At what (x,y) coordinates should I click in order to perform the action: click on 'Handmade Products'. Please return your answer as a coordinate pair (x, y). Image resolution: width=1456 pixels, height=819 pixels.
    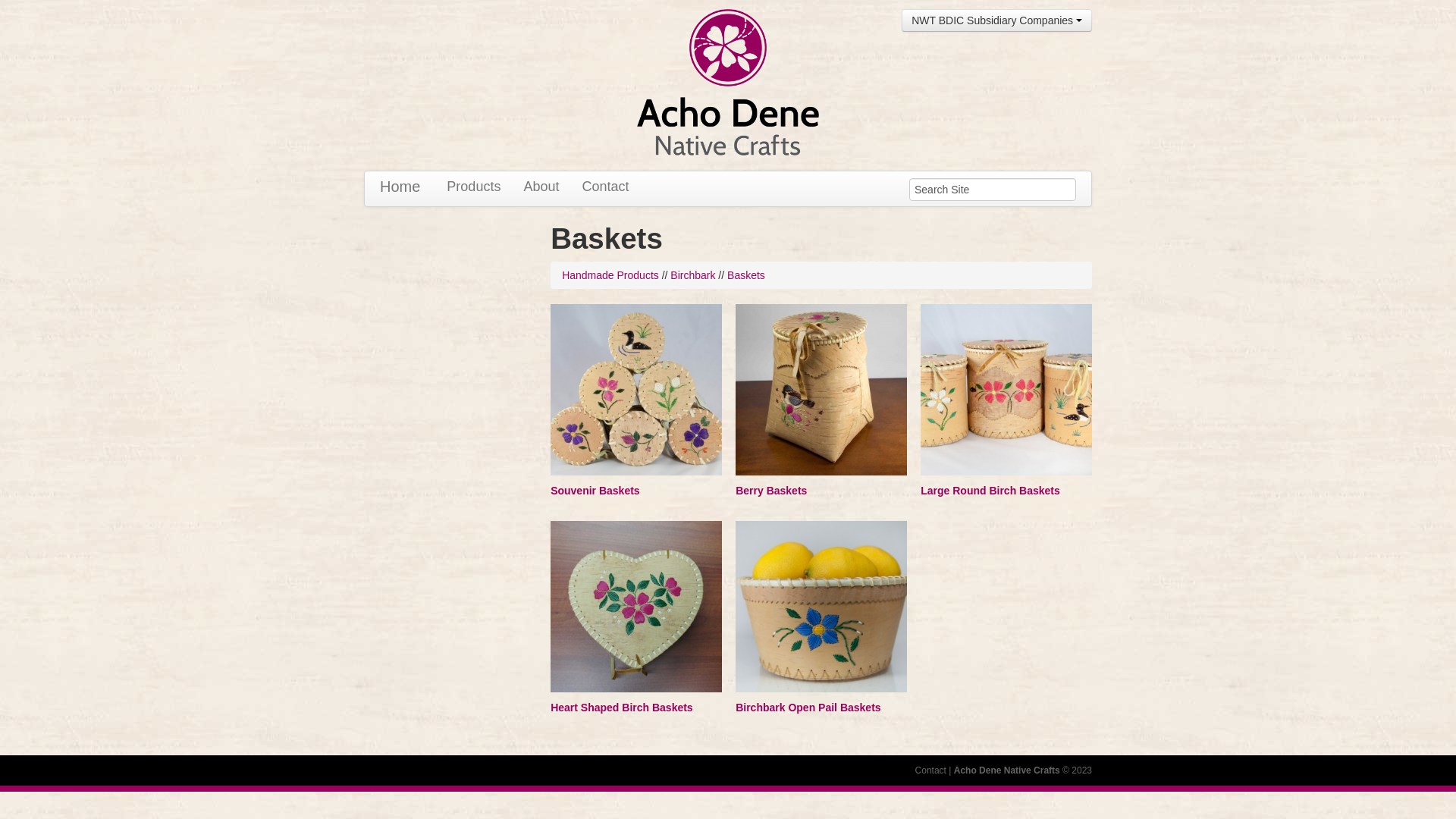
    Looking at the image, I should click on (610, 275).